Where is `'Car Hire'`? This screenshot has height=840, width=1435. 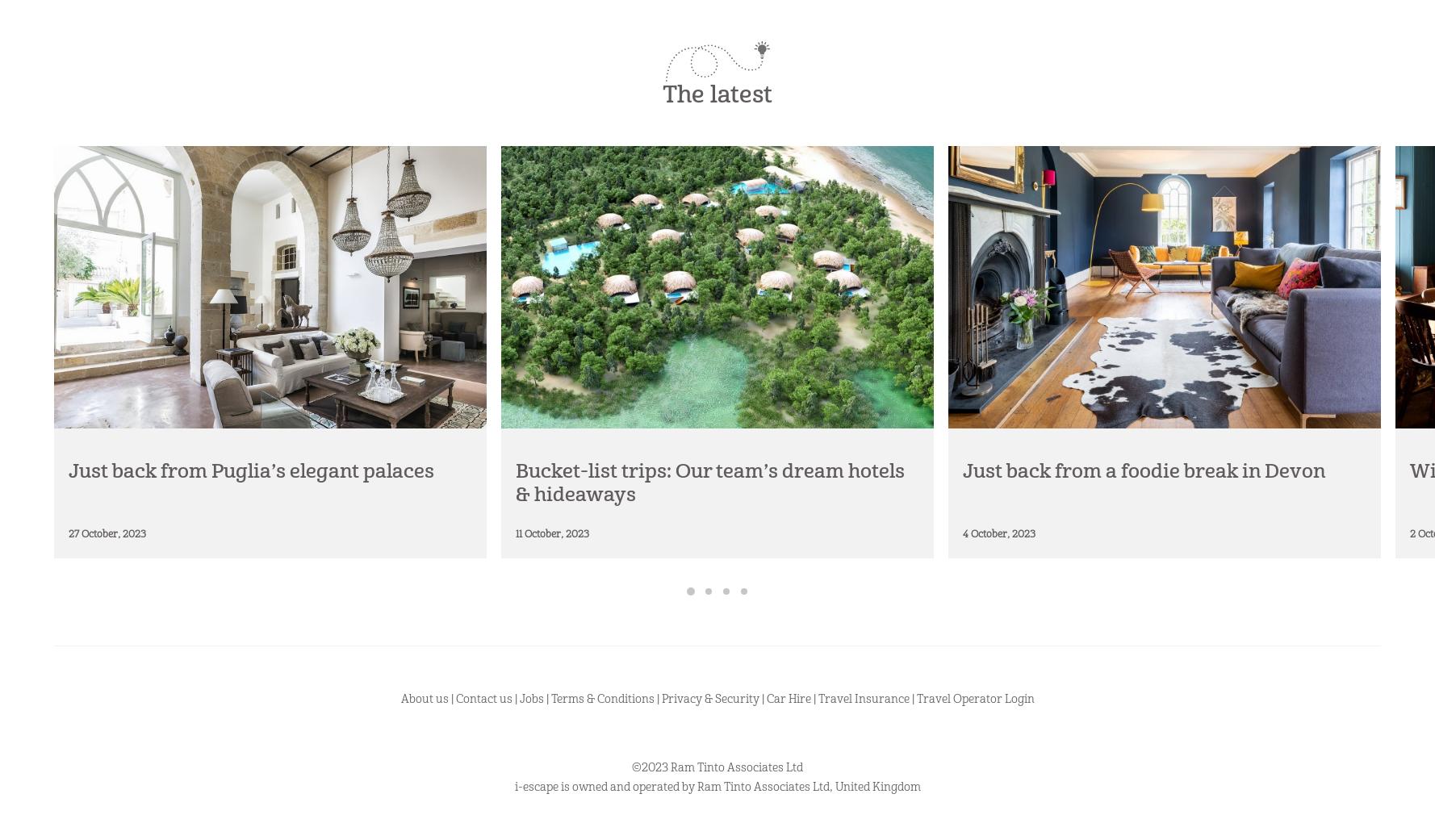 'Car Hire' is located at coordinates (787, 698).